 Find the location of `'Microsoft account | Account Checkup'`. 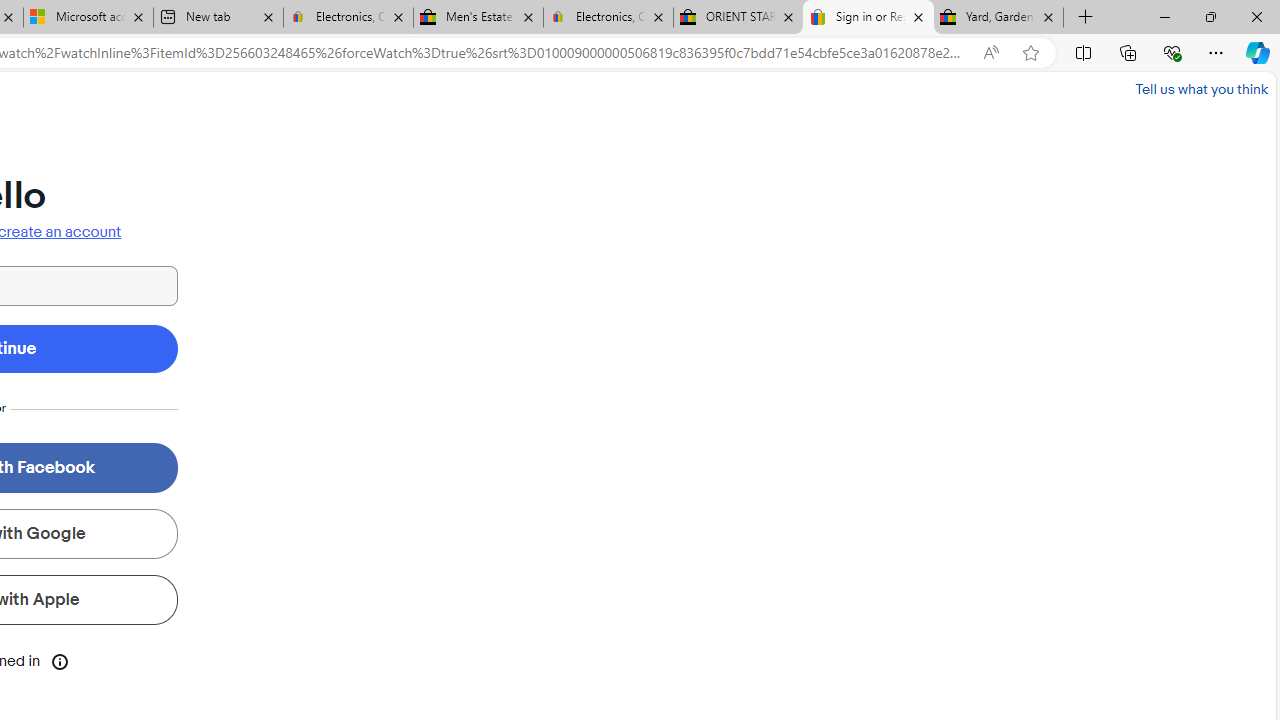

'Microsoft account | Account Checkup' is located at coordinates (87, 17).